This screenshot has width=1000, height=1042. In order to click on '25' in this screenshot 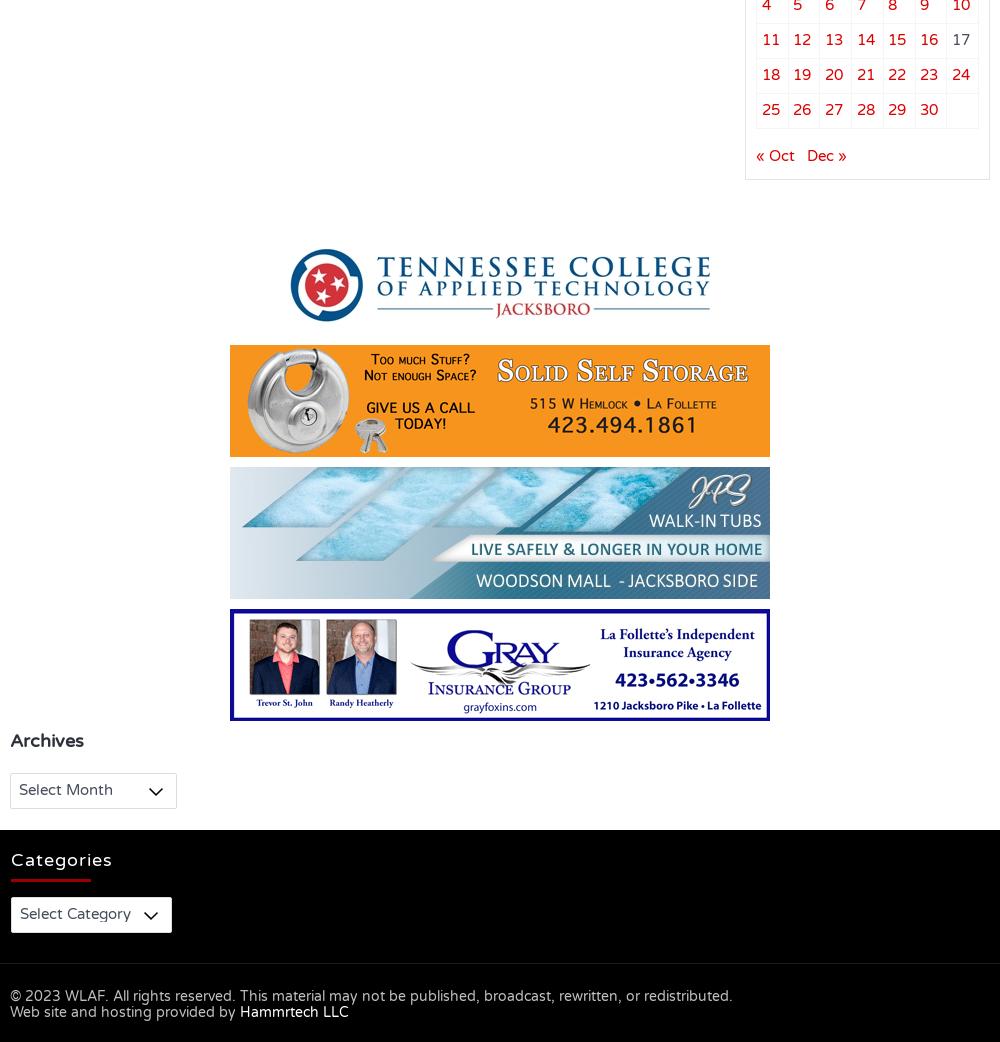, I will do `click(770, 110)`.